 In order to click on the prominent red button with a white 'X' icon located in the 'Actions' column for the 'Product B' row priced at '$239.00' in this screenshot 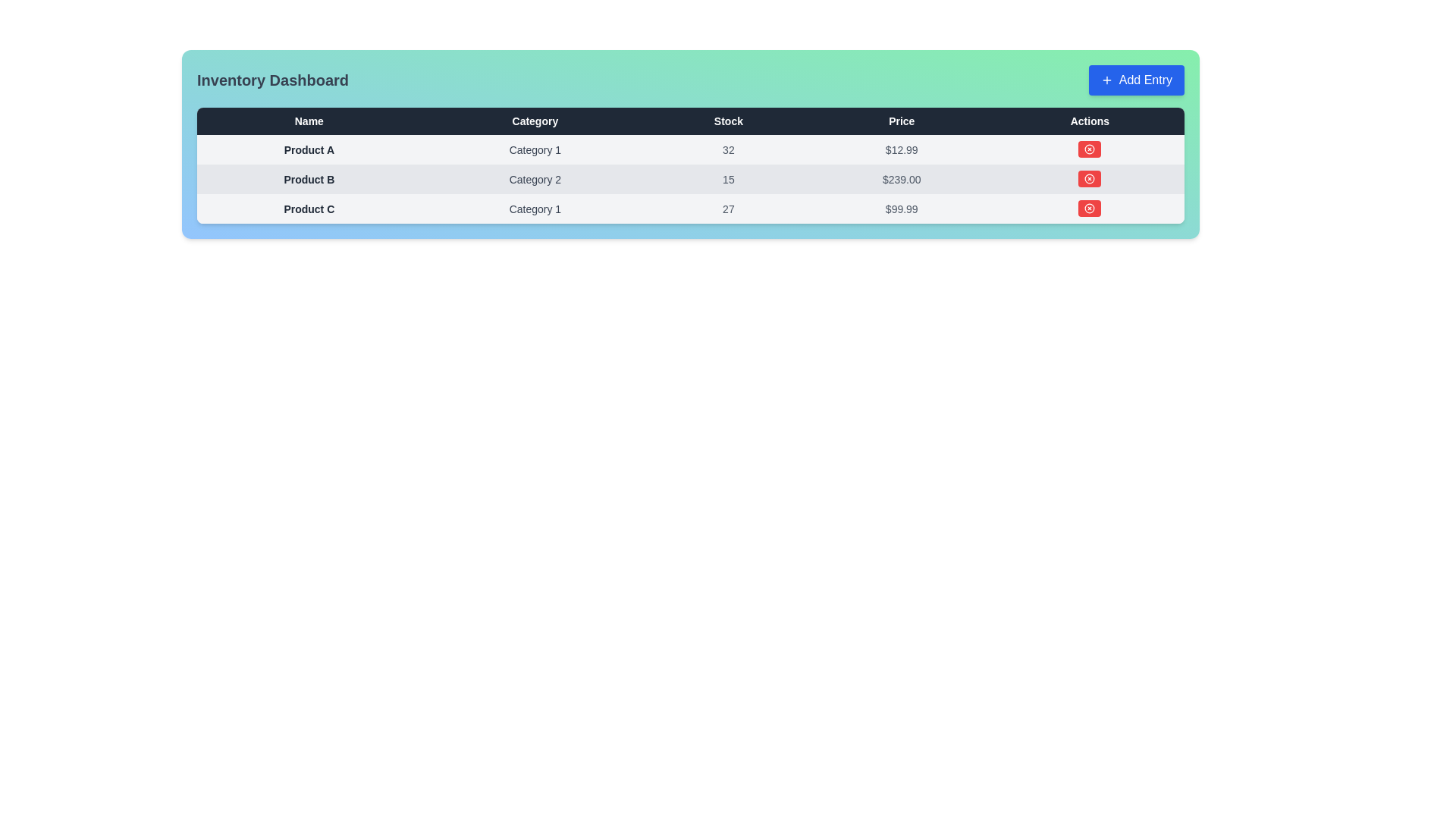, I will do `click(1089, 178)`.